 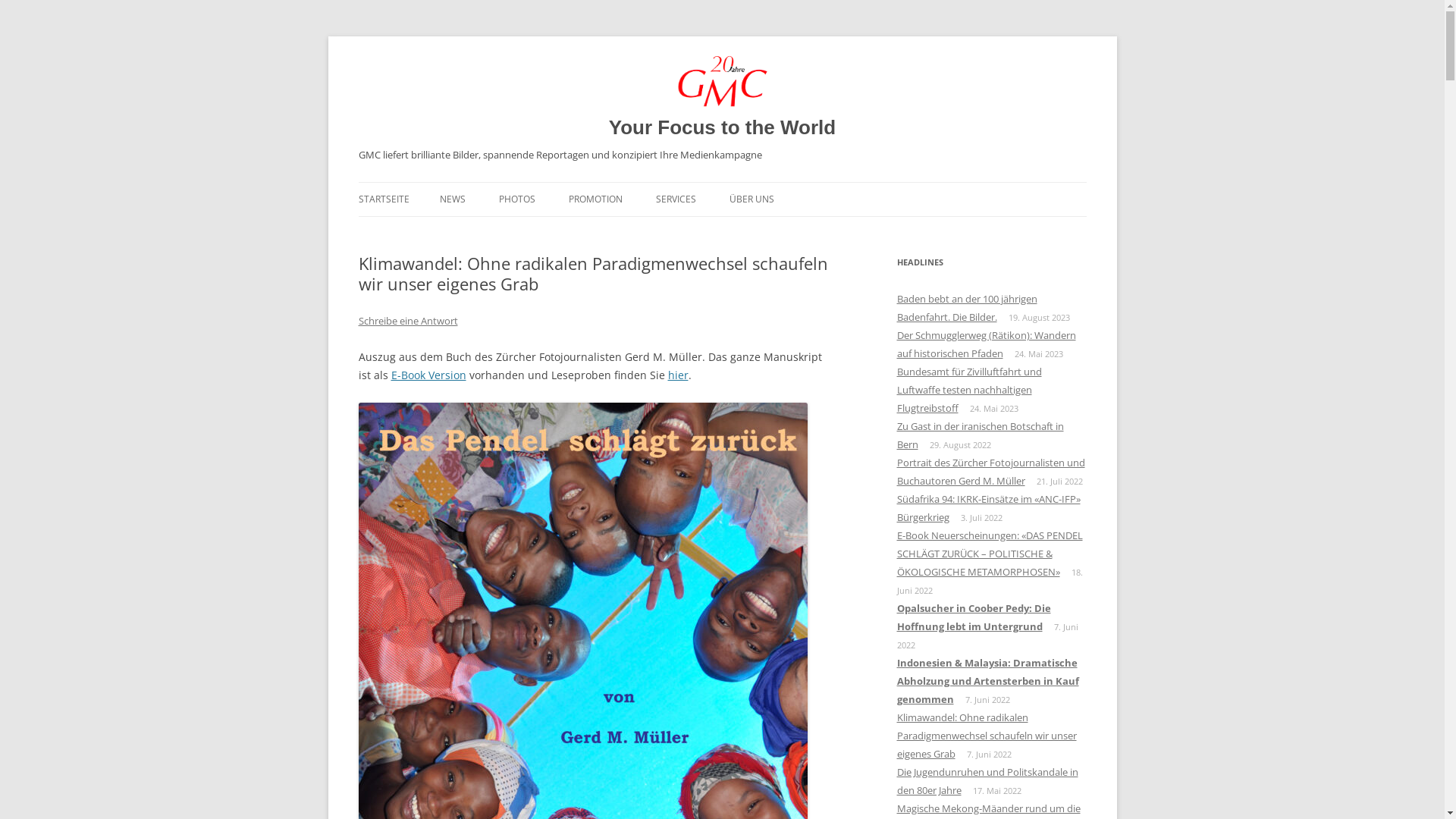 I want to click on 'Schreibe eine Antwort', so click(x=407, y=320).